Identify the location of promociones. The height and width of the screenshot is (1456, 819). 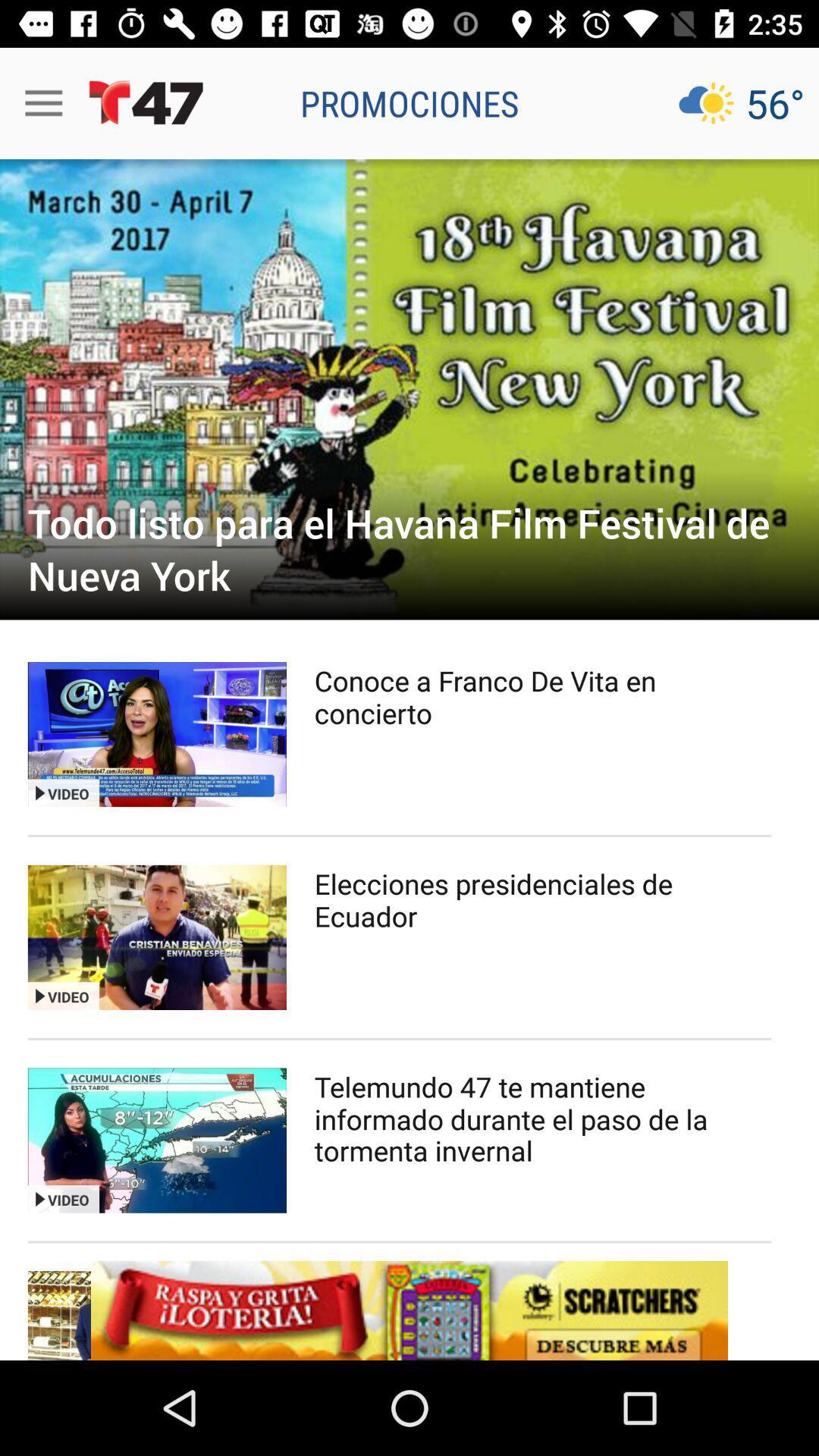
(409, 102).